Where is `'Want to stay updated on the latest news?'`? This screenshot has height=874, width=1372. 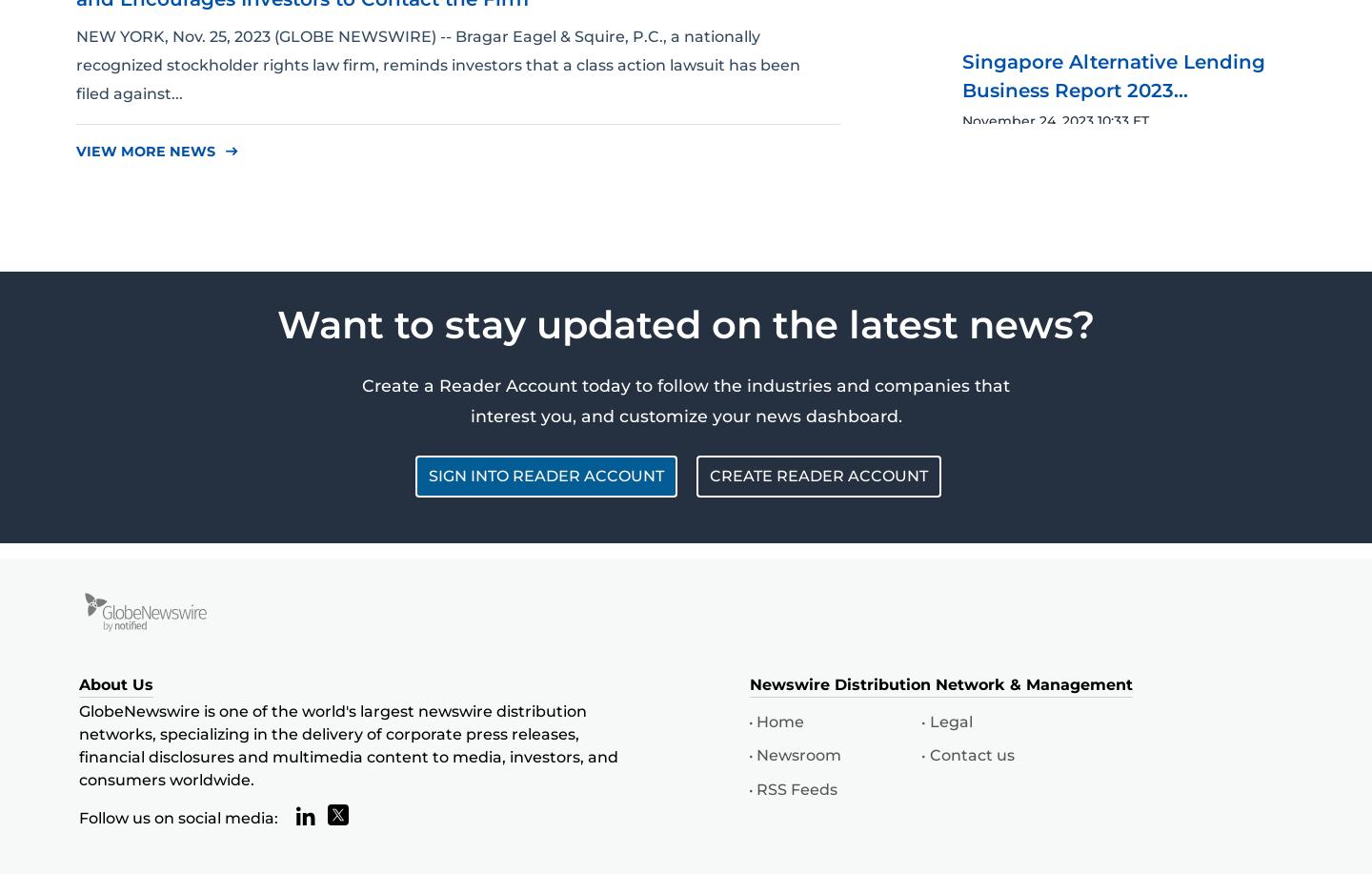
'Want to stay updated on the latest news?' is located at coordinates (686, 322).